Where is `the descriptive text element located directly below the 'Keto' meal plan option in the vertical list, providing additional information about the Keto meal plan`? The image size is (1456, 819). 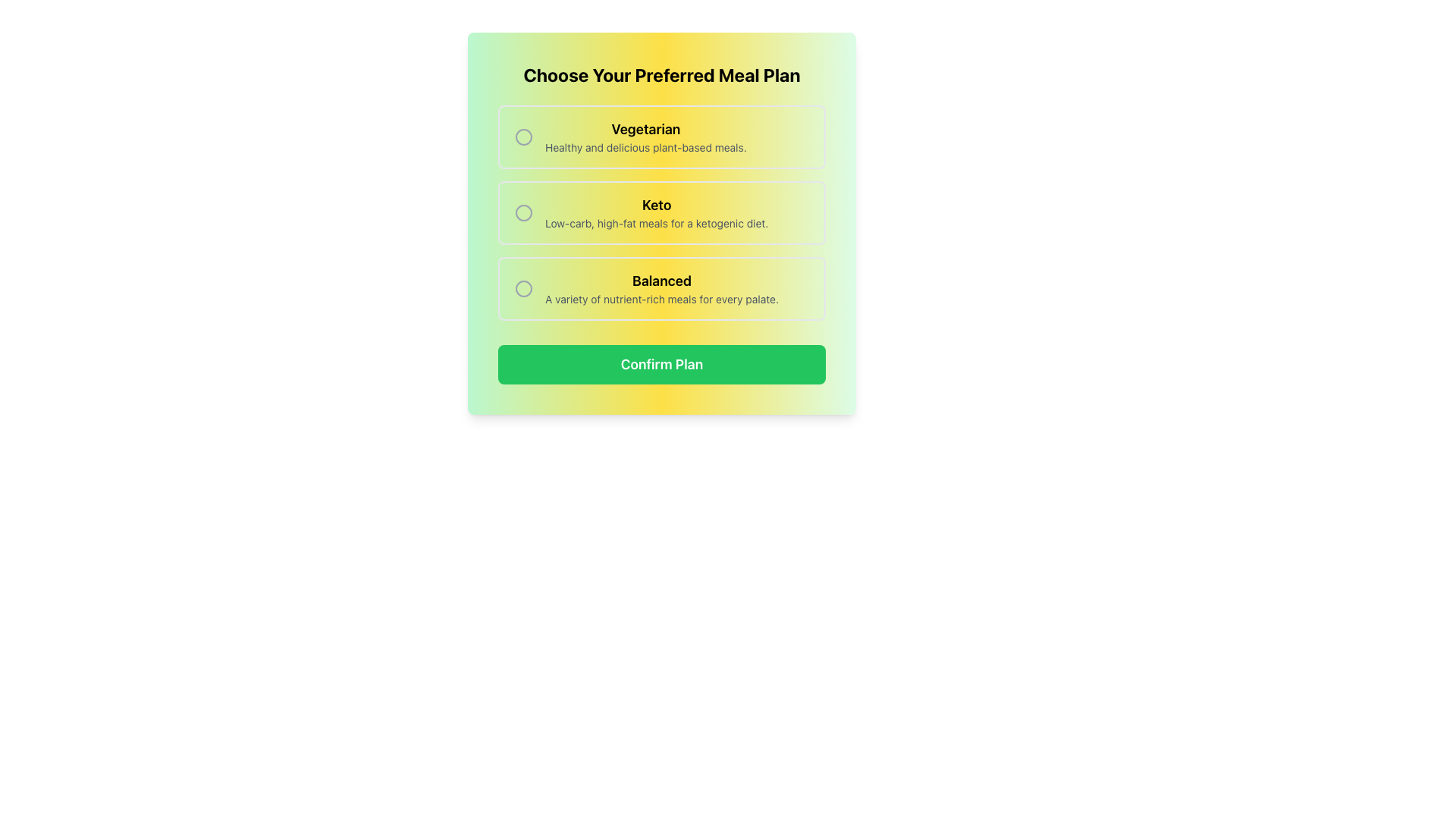
the descriptive text element located directly below the 'Keto' meal plan option in the vertical list, providing additional information about the Keto meal plan is located at coordinates (657, 223).